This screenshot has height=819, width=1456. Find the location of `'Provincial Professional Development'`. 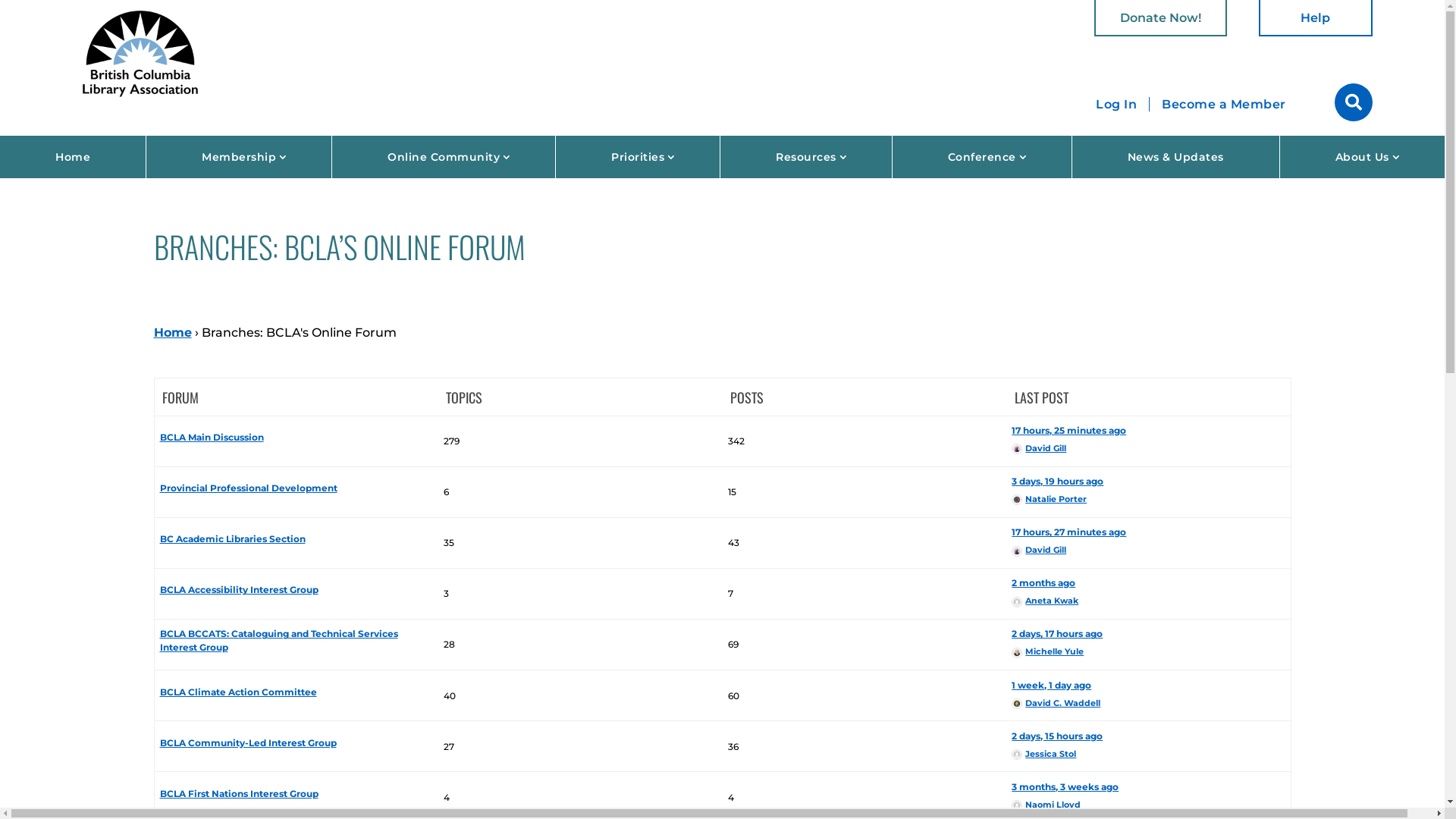

'Provincial Professional Development' is located at coordinates (248, 488).